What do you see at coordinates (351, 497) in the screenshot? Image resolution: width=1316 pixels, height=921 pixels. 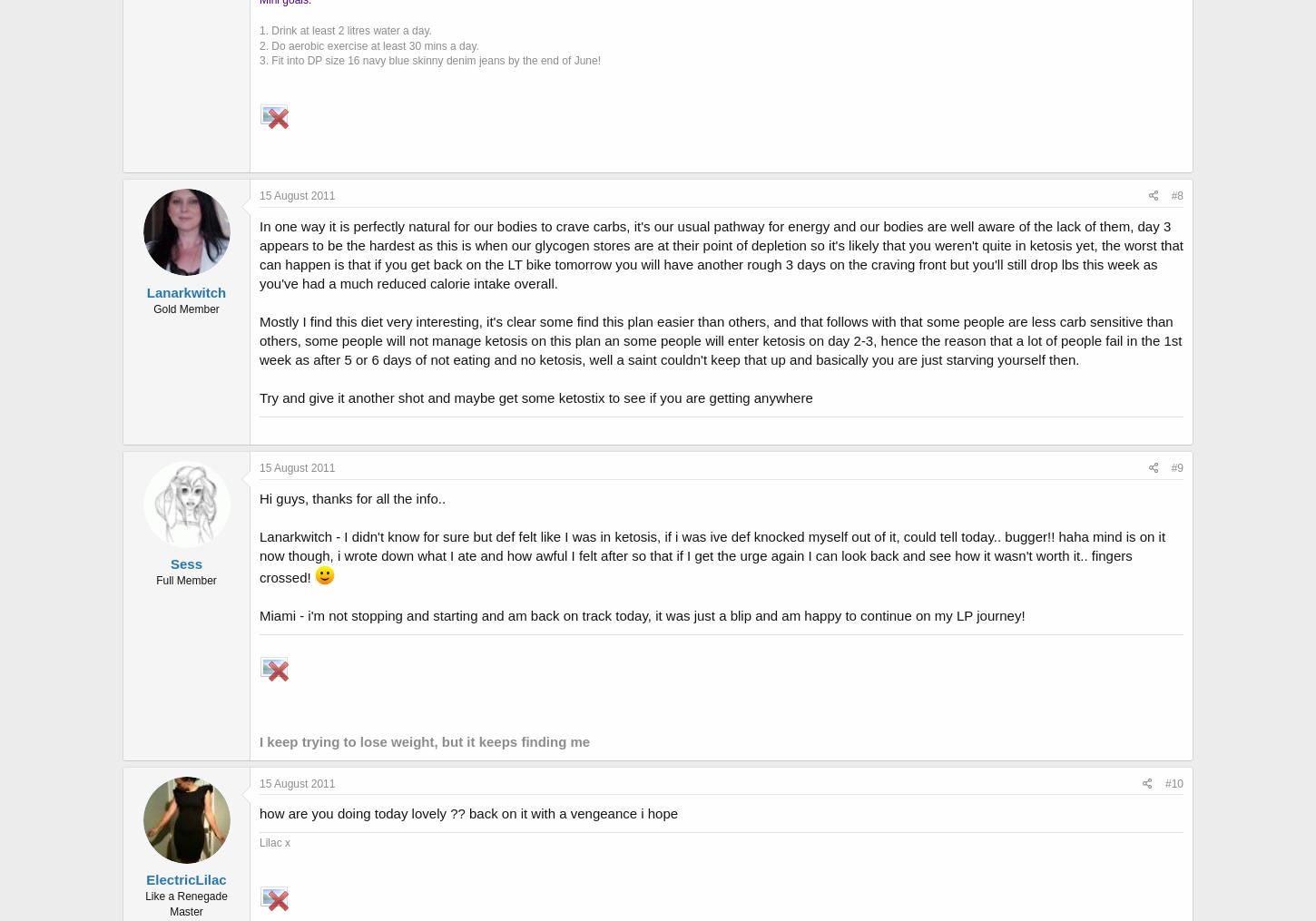 I see `'Hi guys, thanks for all the info..'` at bounding box center [351, 497].